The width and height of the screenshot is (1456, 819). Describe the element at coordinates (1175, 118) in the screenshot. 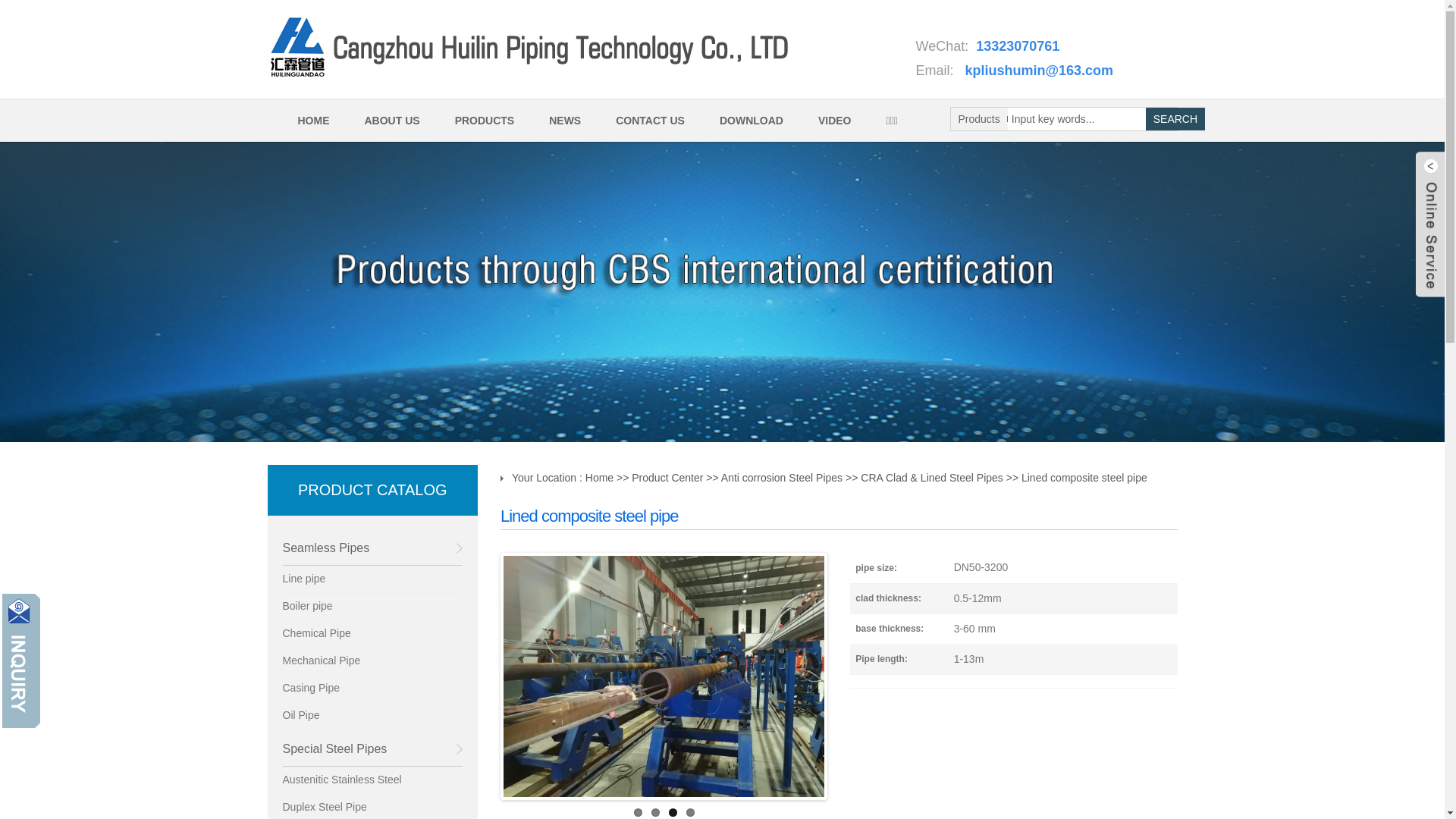

I see `'SEARCH'` at that location.